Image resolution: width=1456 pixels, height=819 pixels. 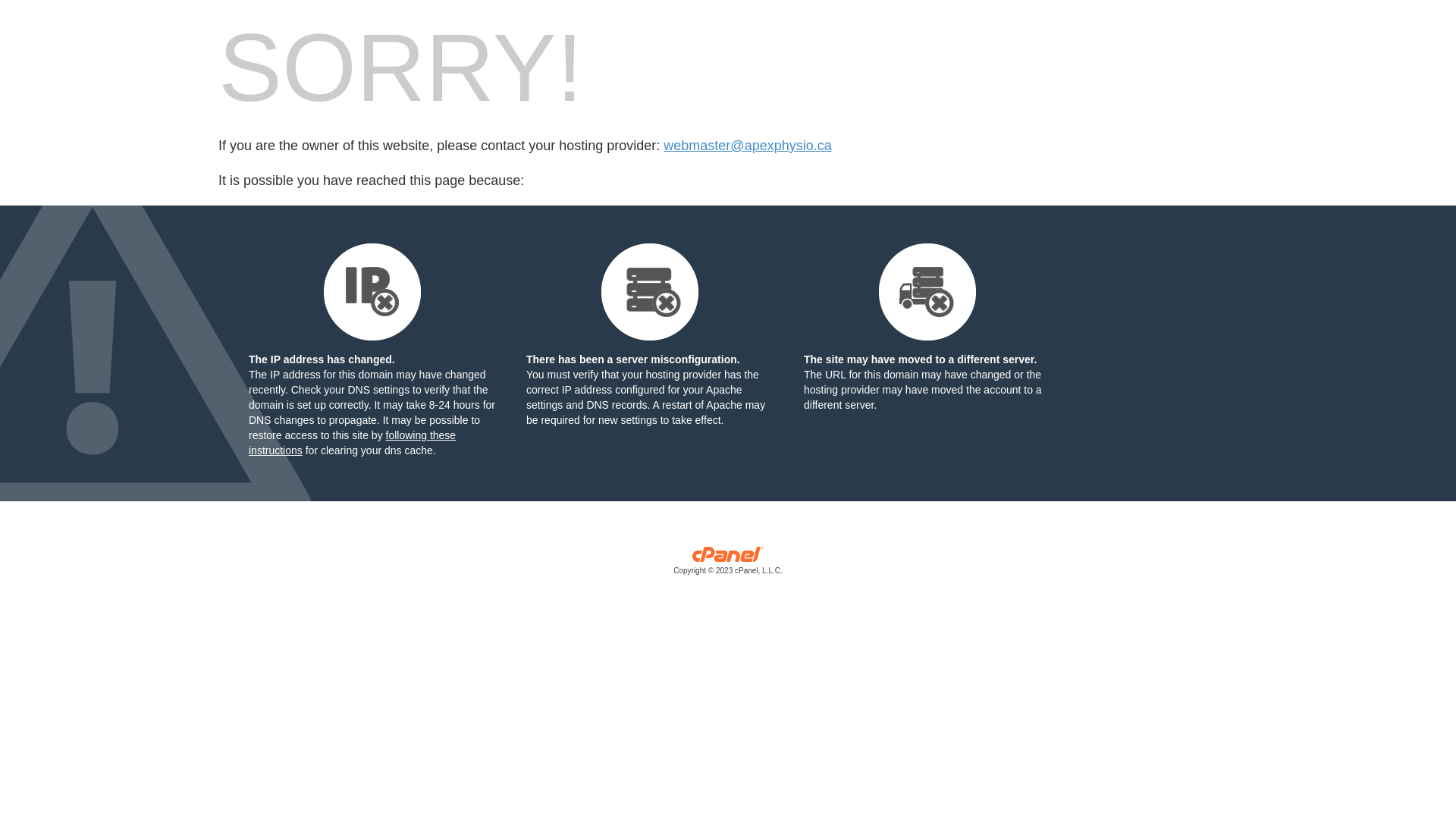 I want to click on 'webmaster@apexphysio.ca', so click(x=747, y=146).